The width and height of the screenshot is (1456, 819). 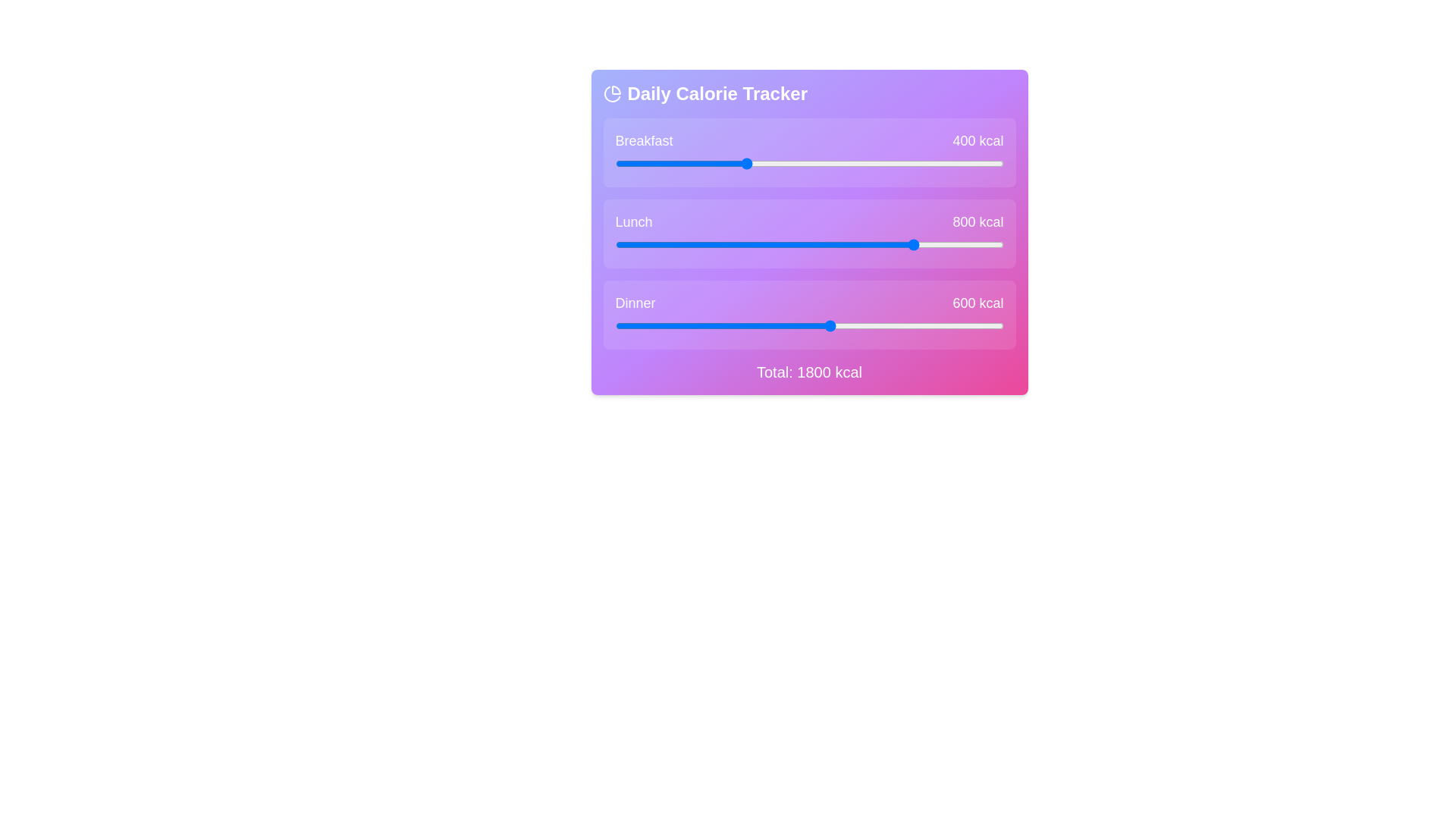 What do you see at coordinates (751, 164) in the screenshot?
I see `the breakfast calorie value` at bounding box center [751, 164].